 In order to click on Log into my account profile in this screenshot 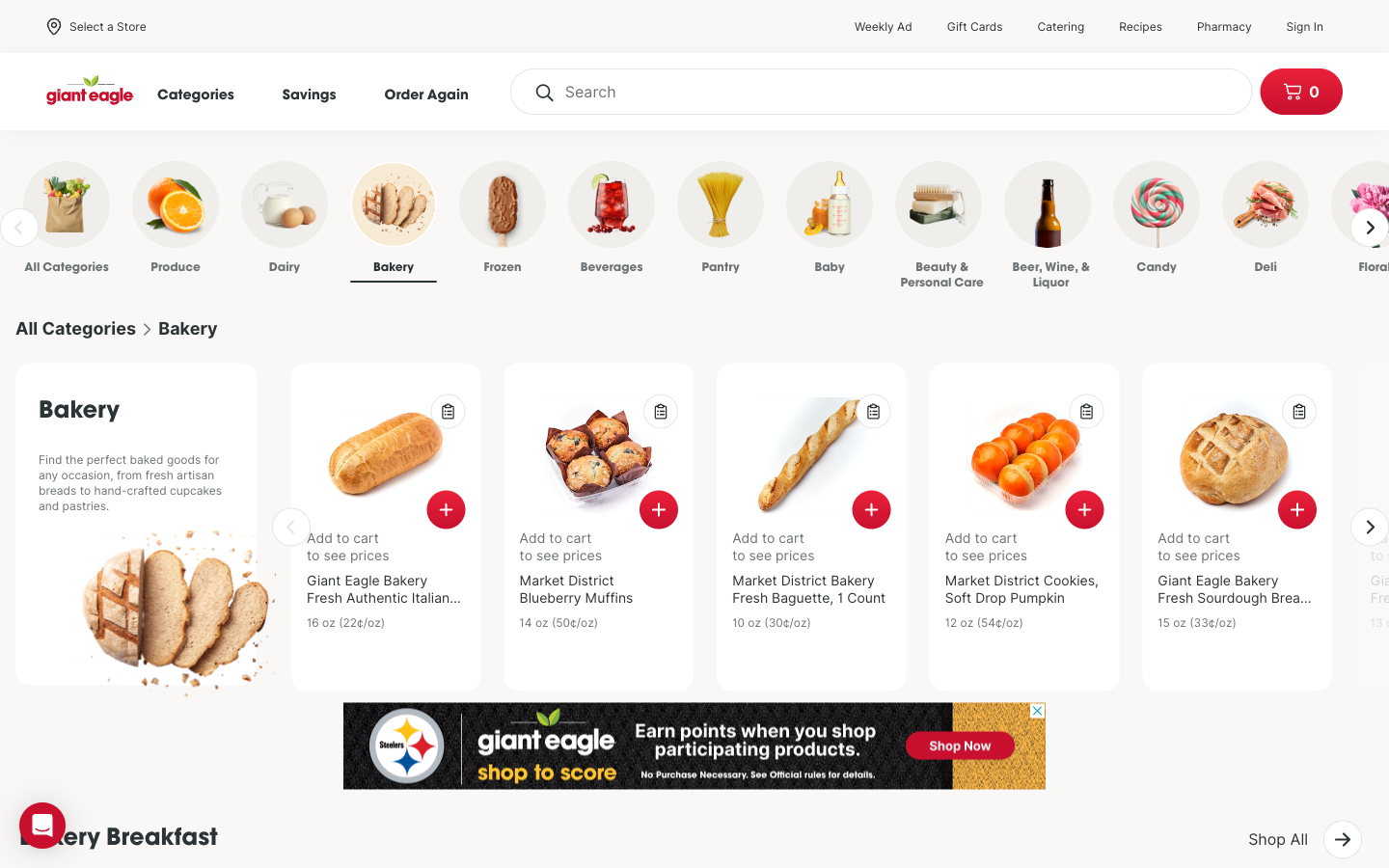, I will do `click(1313, 25)`.